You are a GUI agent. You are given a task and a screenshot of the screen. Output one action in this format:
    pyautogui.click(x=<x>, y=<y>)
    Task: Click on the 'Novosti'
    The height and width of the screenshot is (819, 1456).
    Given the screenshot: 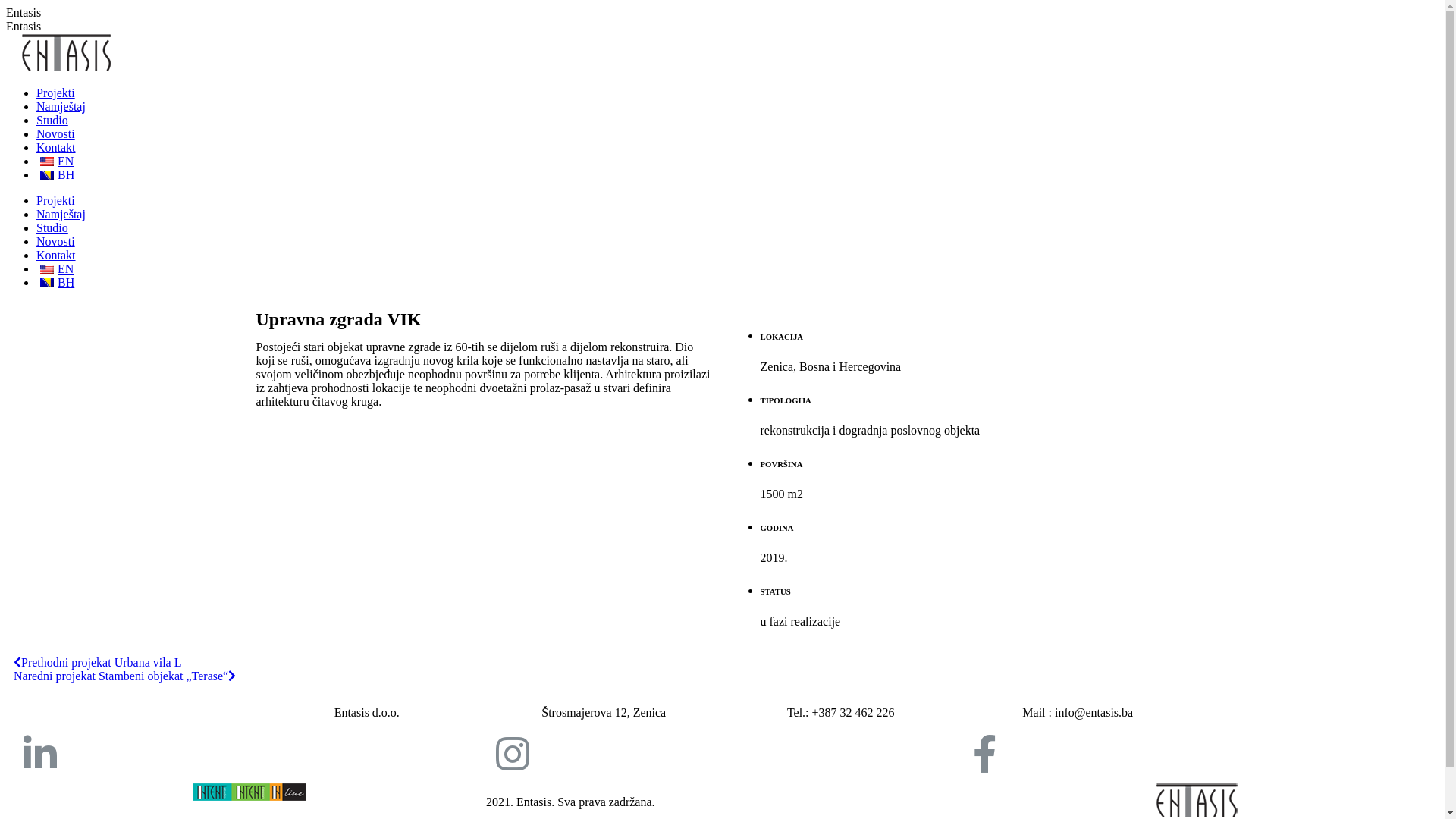 What is the action you would take?
    pyautogui.click(x=55, y=240)
    